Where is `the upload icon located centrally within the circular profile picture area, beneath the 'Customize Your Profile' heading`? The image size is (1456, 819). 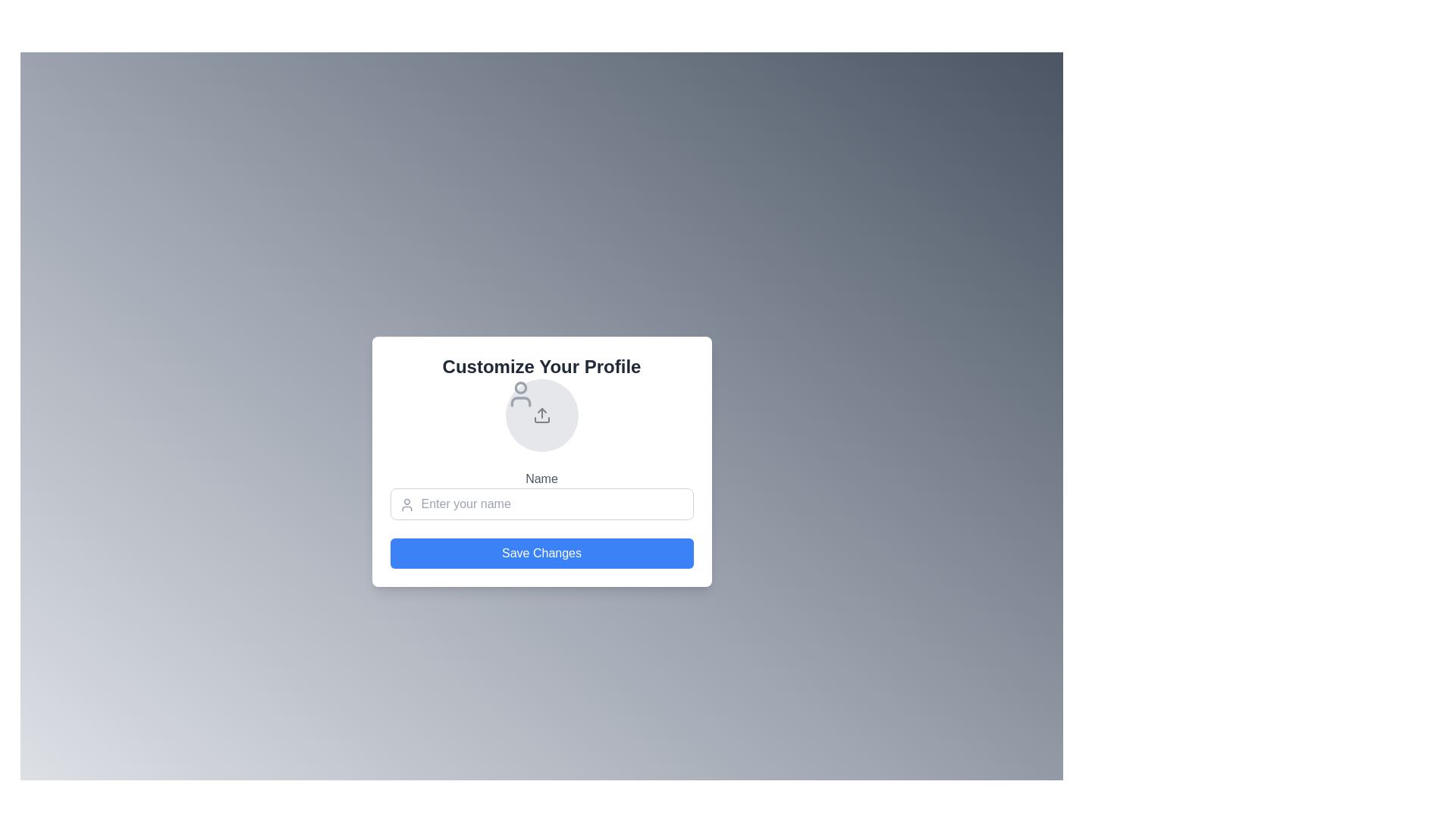
the upload icon located centrally within the circular profile picture area, beneath the 'Customize Your Profile' heading is located at coordinates (541, 415).